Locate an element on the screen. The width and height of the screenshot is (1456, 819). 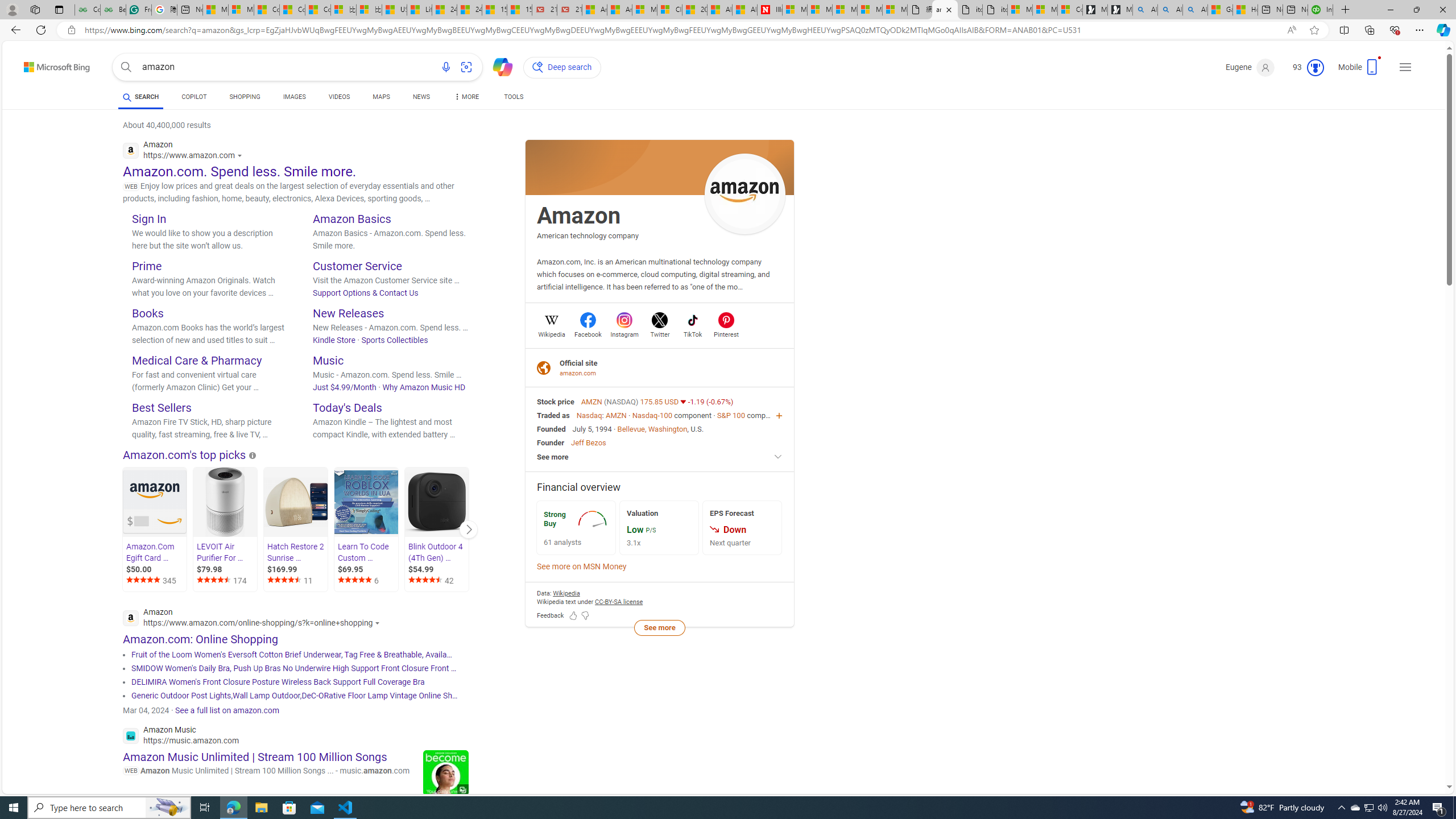
'MORE' is located at coordinates (466, 98).